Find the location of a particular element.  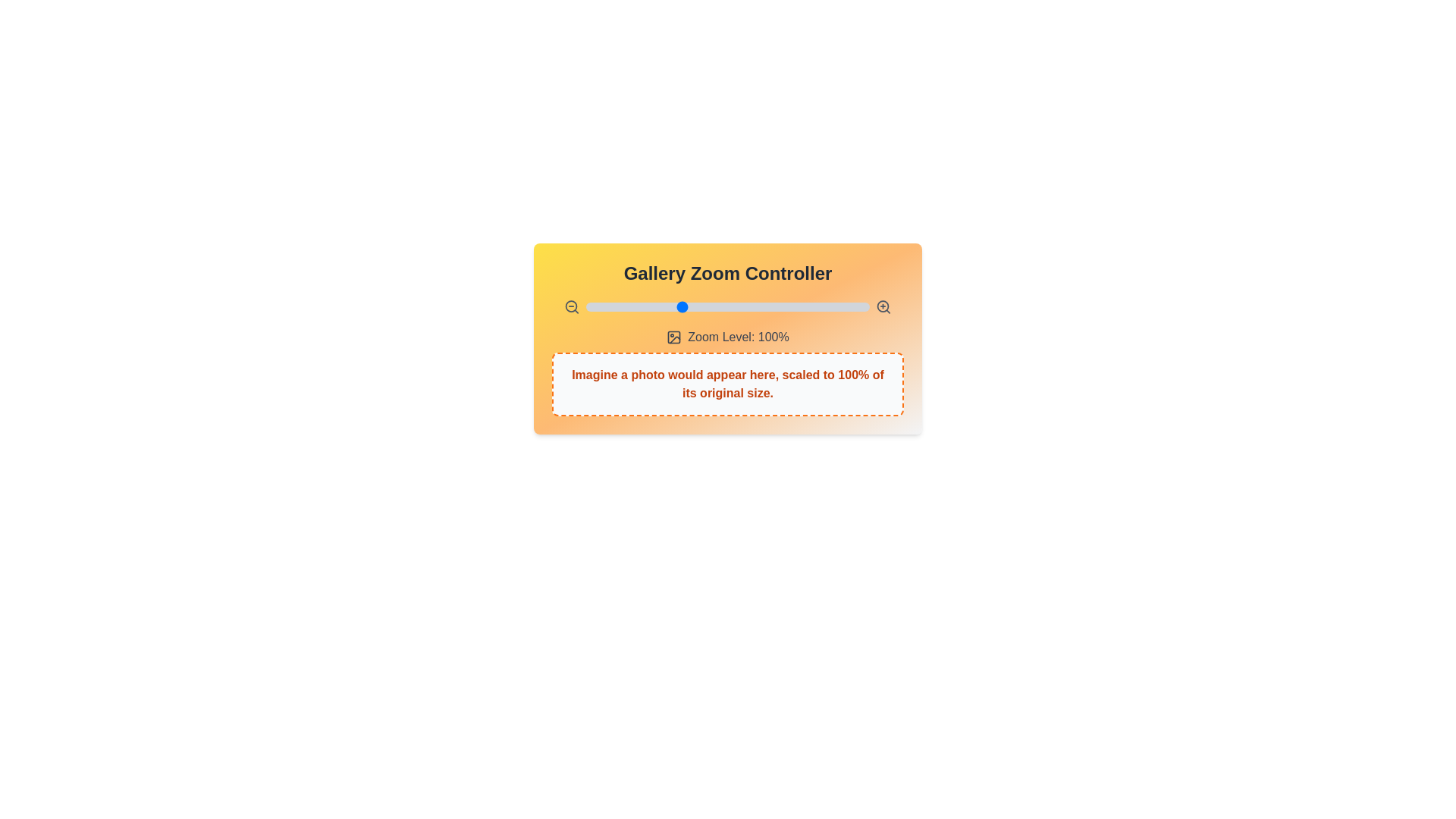

the zoom level to 180% by interacting with the slider is located at coordinates (831, 307).